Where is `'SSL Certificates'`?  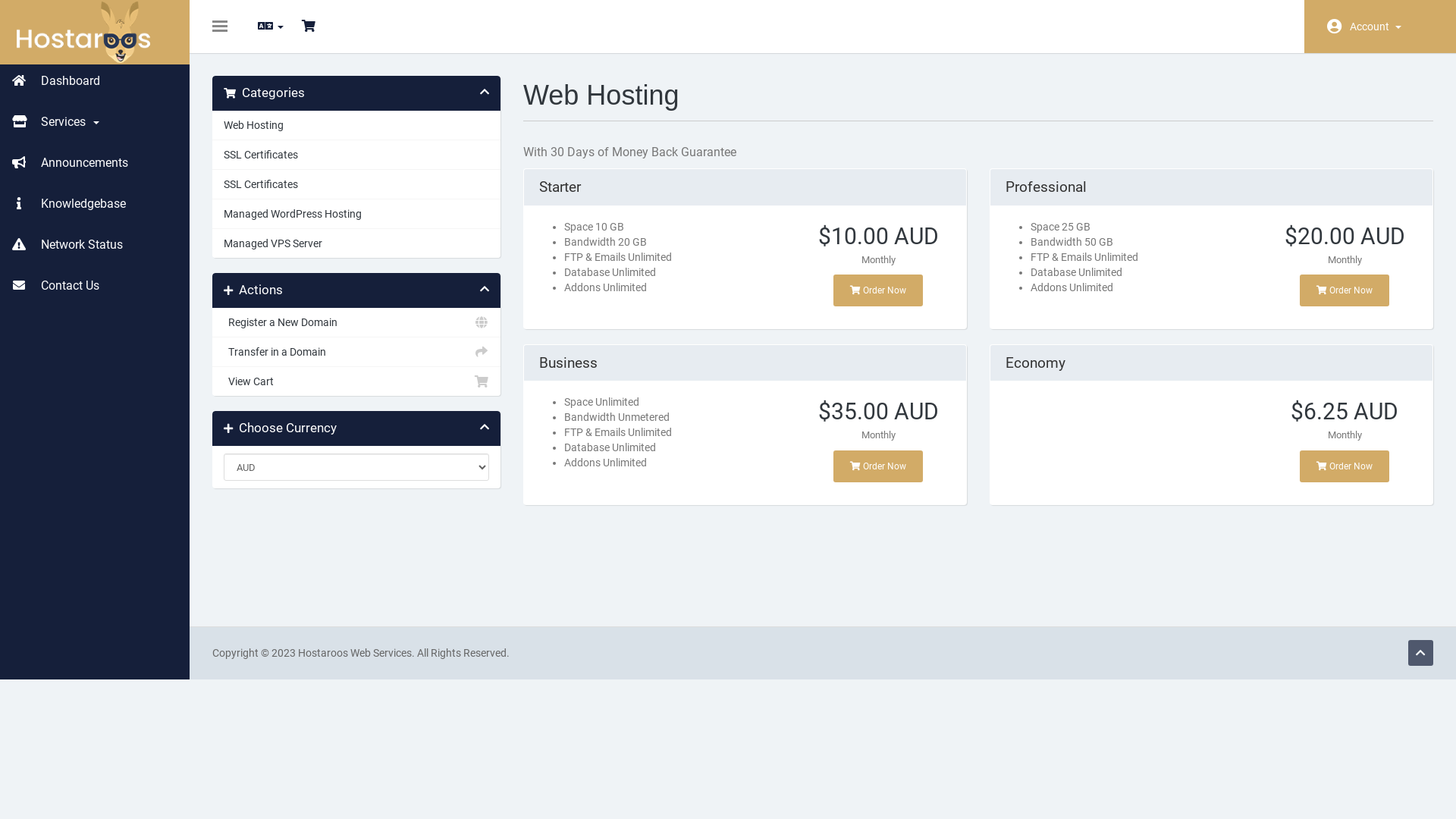
'SSL Certificates' is located at coordinates (356, 155).